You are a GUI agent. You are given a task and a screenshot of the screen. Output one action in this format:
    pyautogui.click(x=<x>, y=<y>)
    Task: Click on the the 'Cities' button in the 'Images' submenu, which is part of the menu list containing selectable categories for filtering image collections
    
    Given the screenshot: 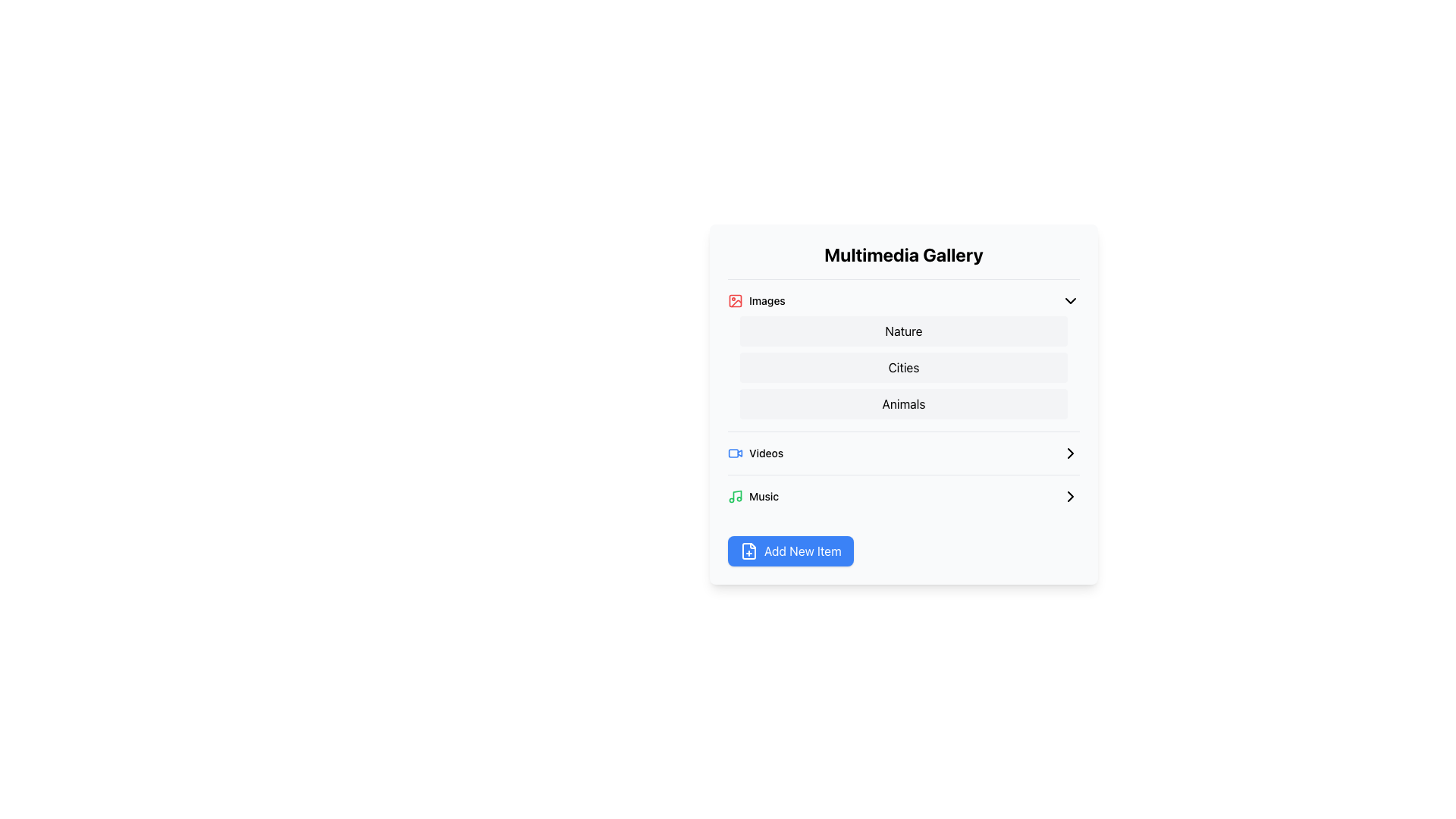 What is the action you would take?
    pyautogui.click(x=903, y=368)
    